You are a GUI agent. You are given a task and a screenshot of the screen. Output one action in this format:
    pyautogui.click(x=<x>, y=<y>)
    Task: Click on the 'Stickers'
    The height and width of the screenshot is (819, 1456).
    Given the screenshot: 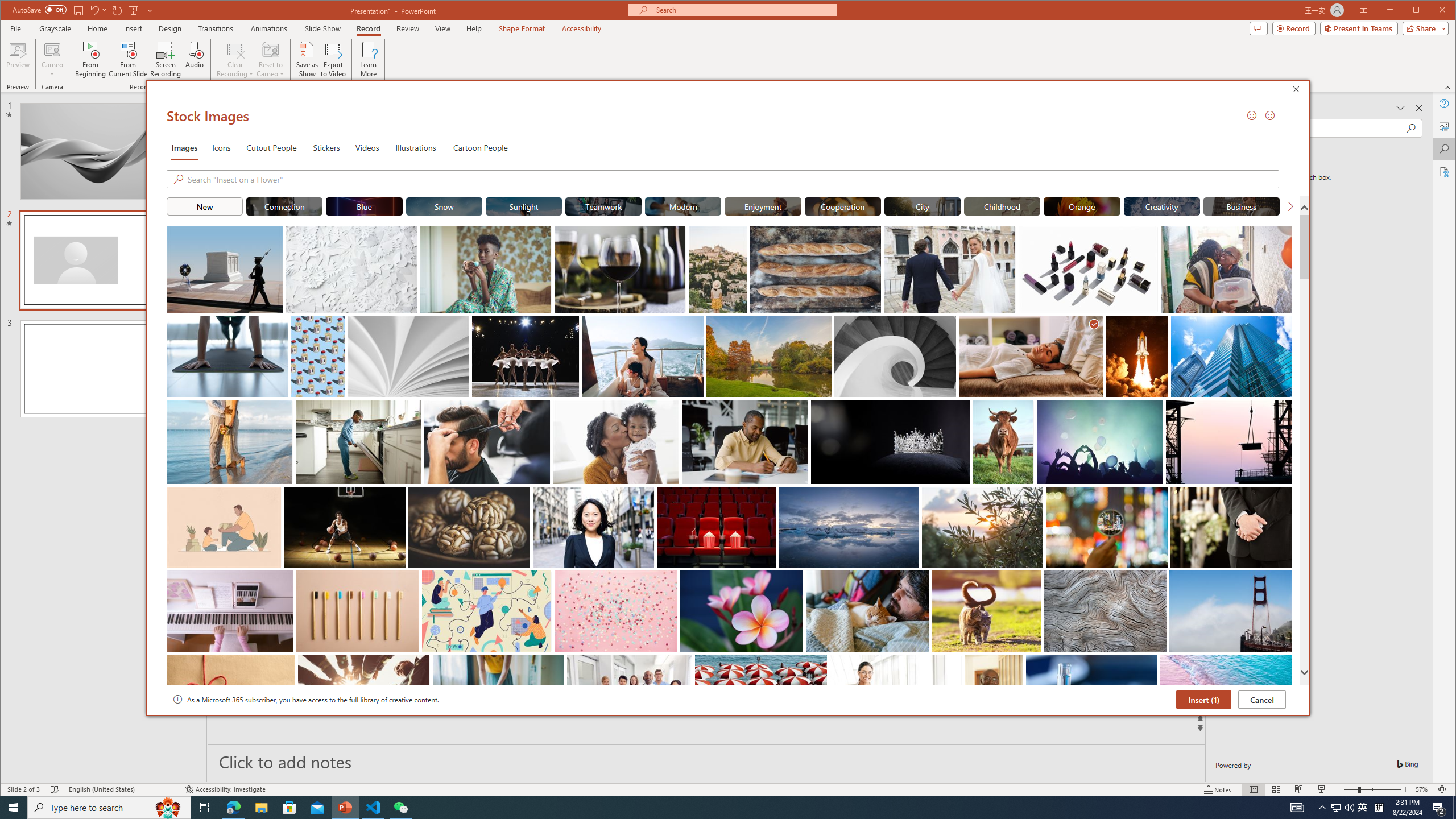 What is the action you would take?
    pyautogui.click(x=326, y=147)
    